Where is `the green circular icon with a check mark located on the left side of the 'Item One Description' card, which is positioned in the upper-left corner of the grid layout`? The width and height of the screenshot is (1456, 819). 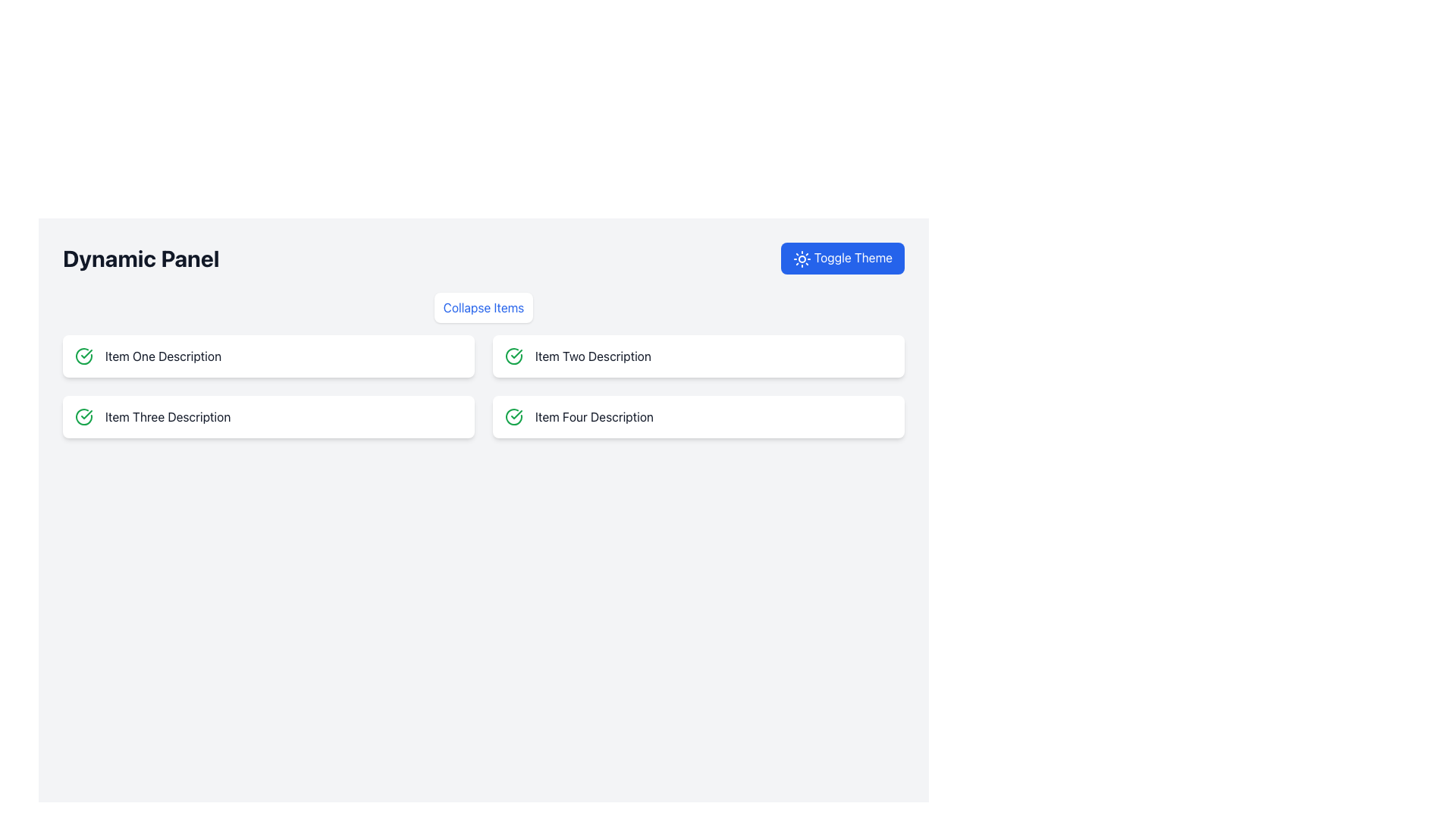
the green circular icon with a check mark located on the left side of the 'Item One Description' card, which is positioned in the upper-left corner of the grid layout is located at coordinates (83, 356).